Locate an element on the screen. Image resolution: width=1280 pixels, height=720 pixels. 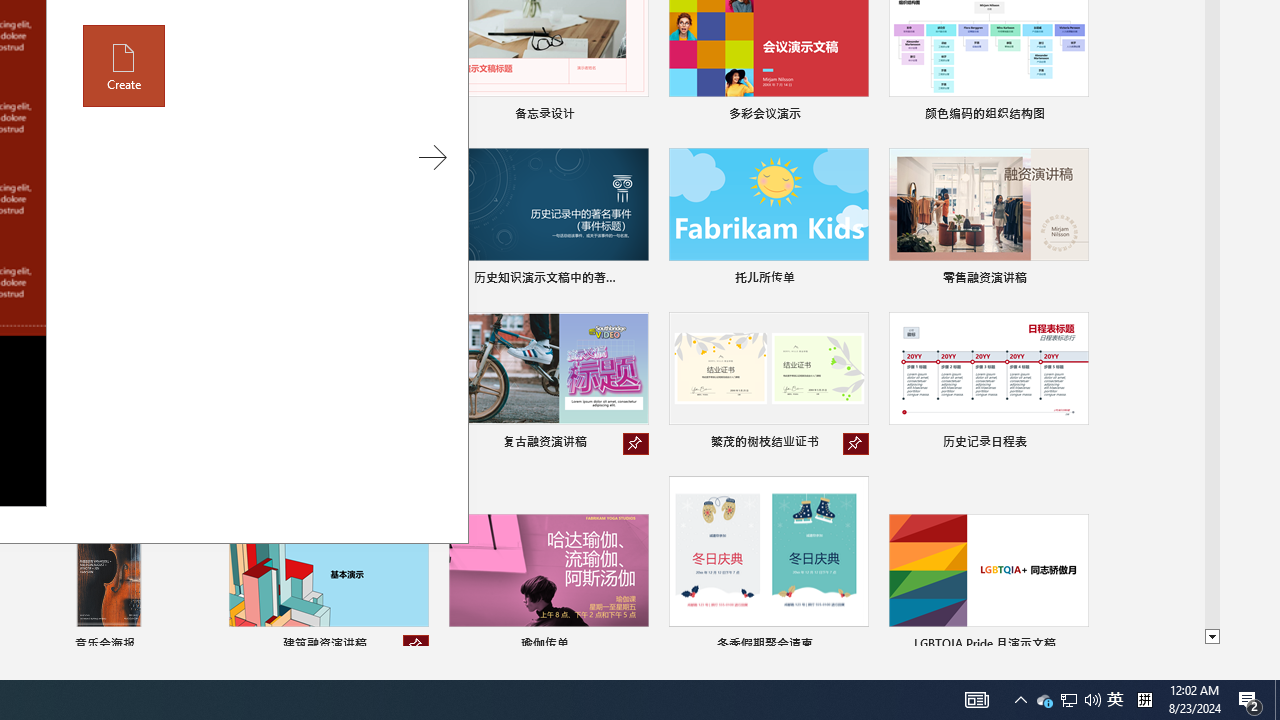
'Pin to list' is located at coordinates (1074, 645).